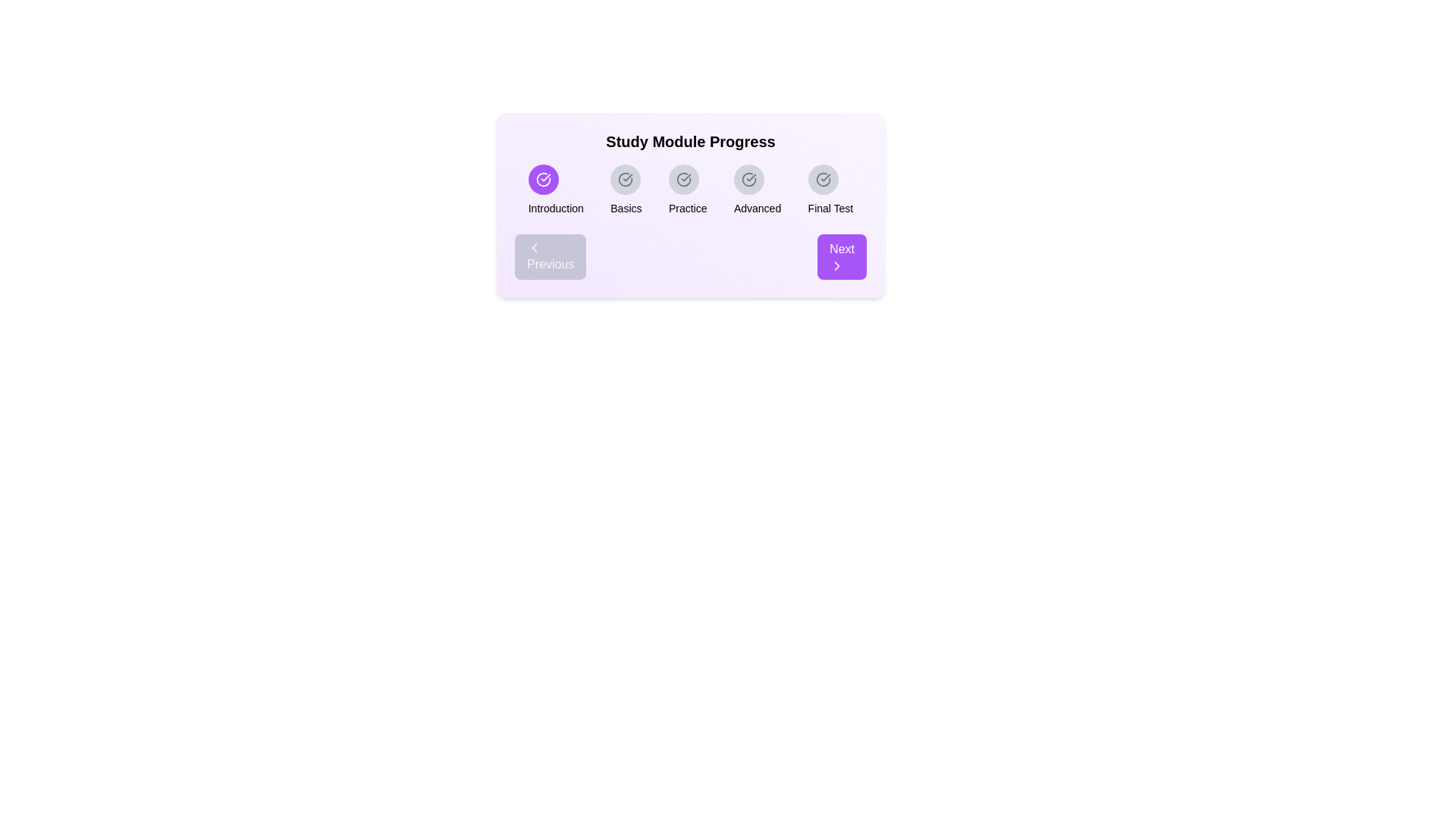  Describe the element at coordinates (757, 189) in the screenshot. I see `the circular icon with a checkmark symbol and the text label 'Advanced'` at that location.